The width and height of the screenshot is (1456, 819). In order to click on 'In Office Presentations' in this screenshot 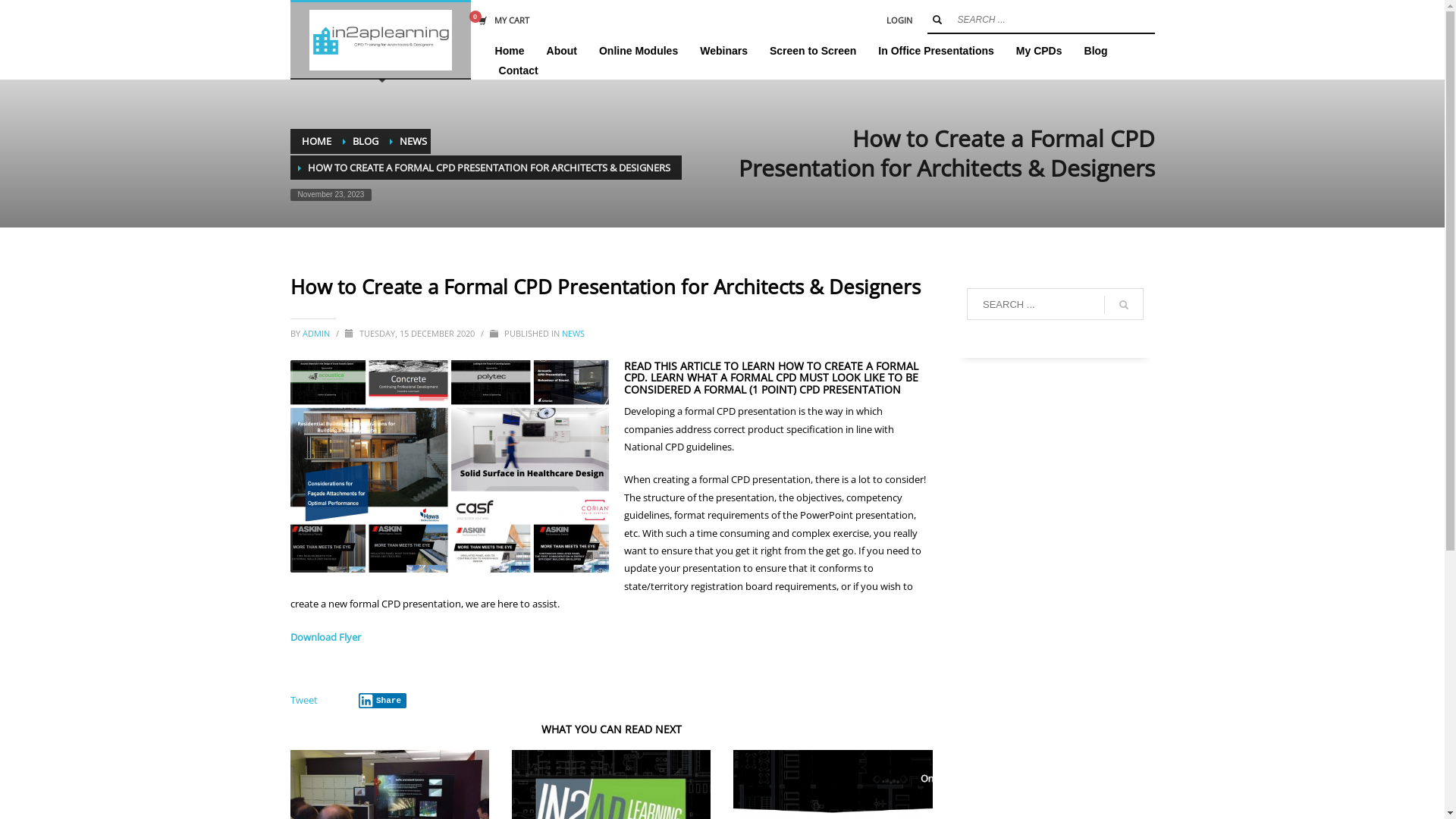, I will do `click(934, 49)`.